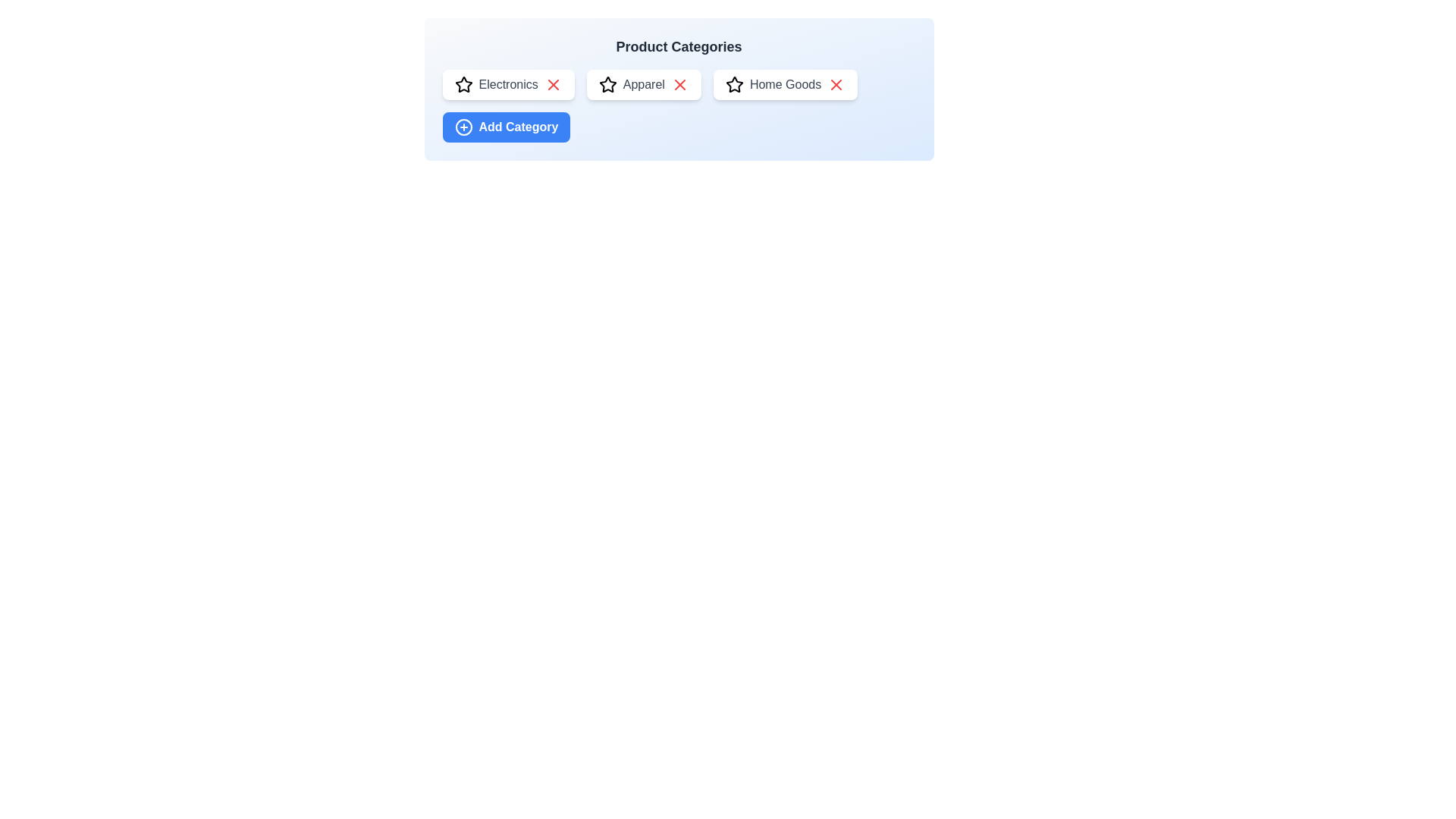 The image size is (1456, 819). Describe the element at coordinates (679, 84) in the screenshot. I see `'X' icon next to the Apparel category to remove it` at that location.